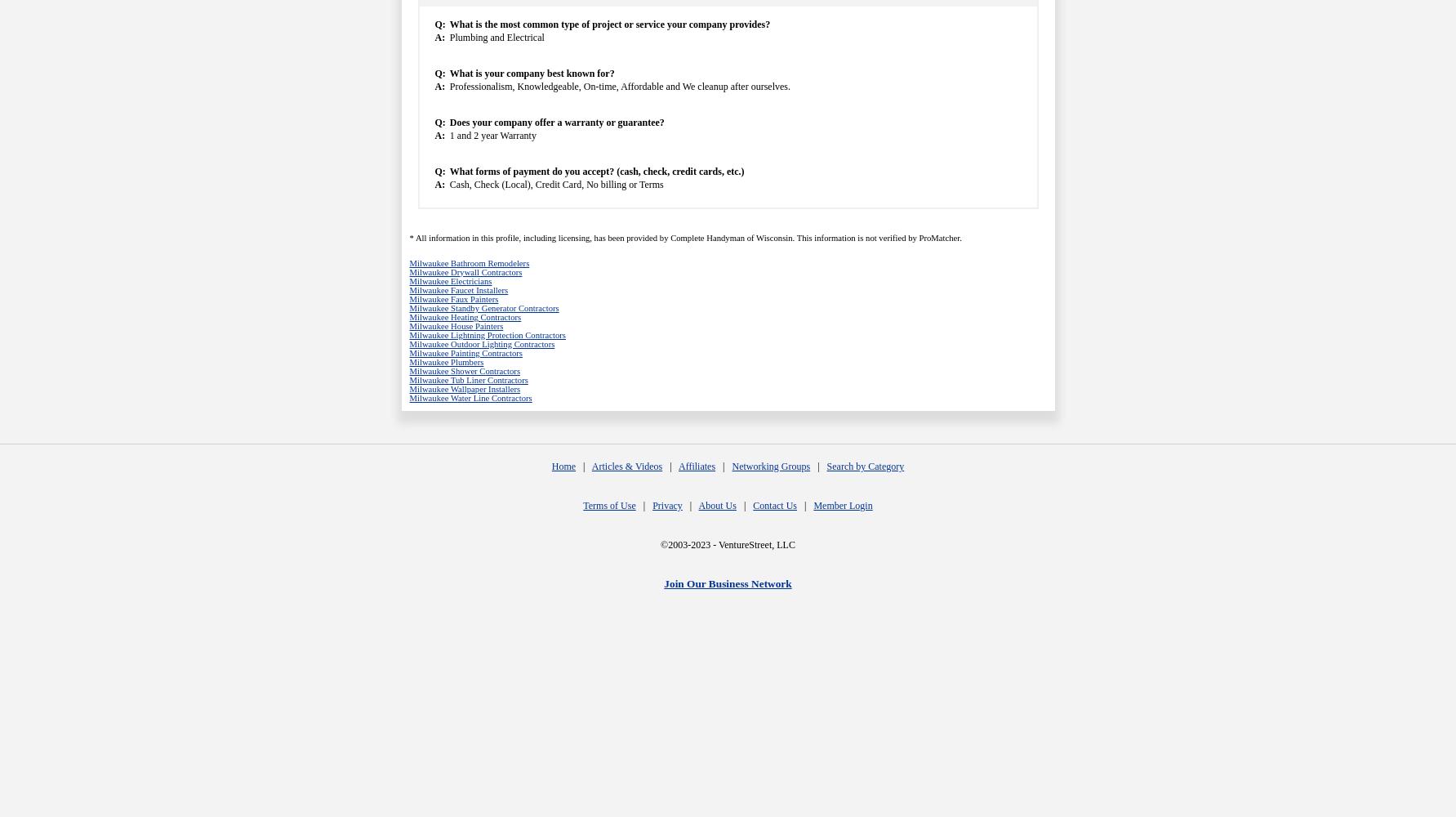  I want to click on '1 and 2 year Warranty', so click(492, 136).